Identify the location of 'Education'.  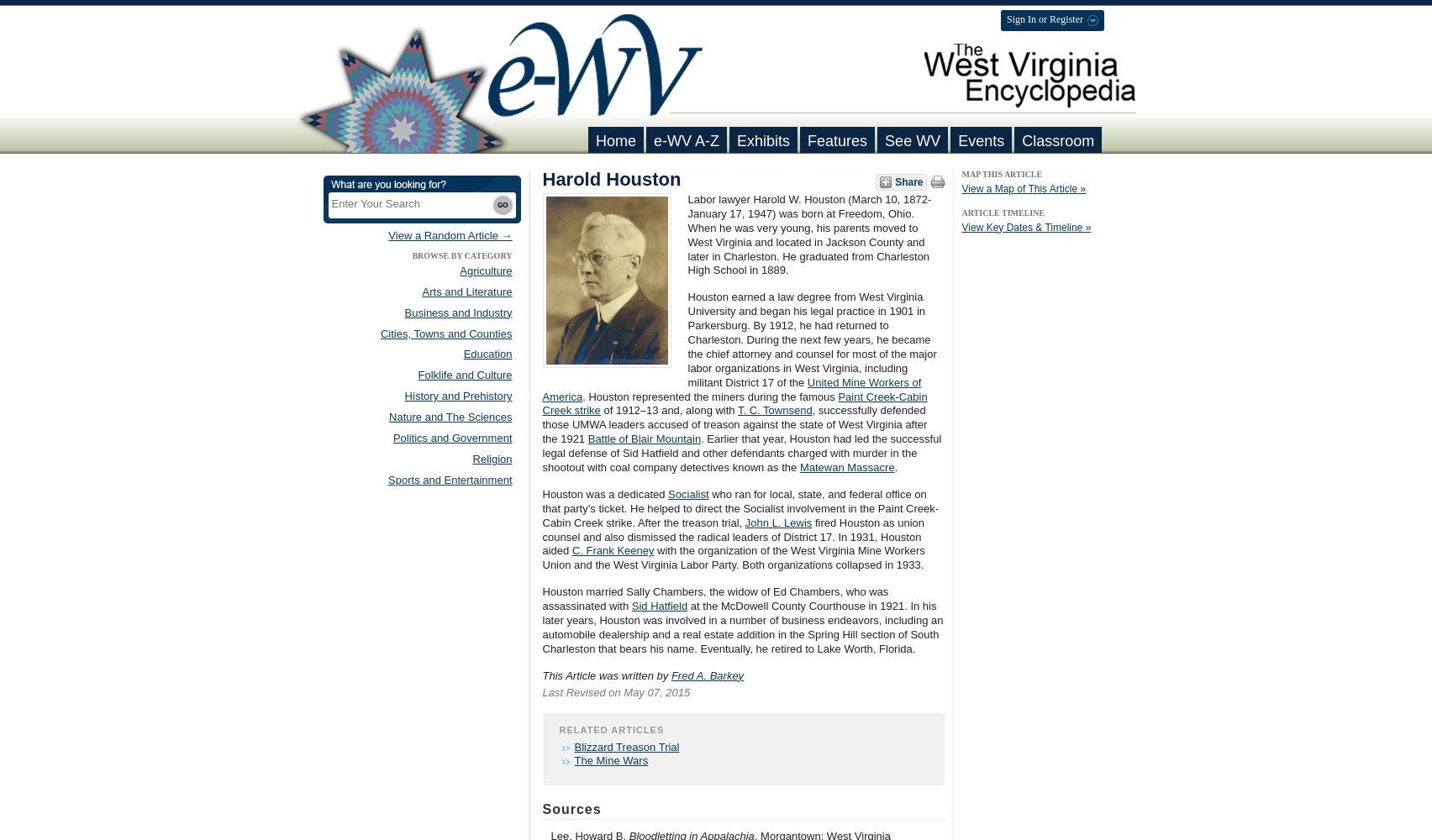
(487, 354).